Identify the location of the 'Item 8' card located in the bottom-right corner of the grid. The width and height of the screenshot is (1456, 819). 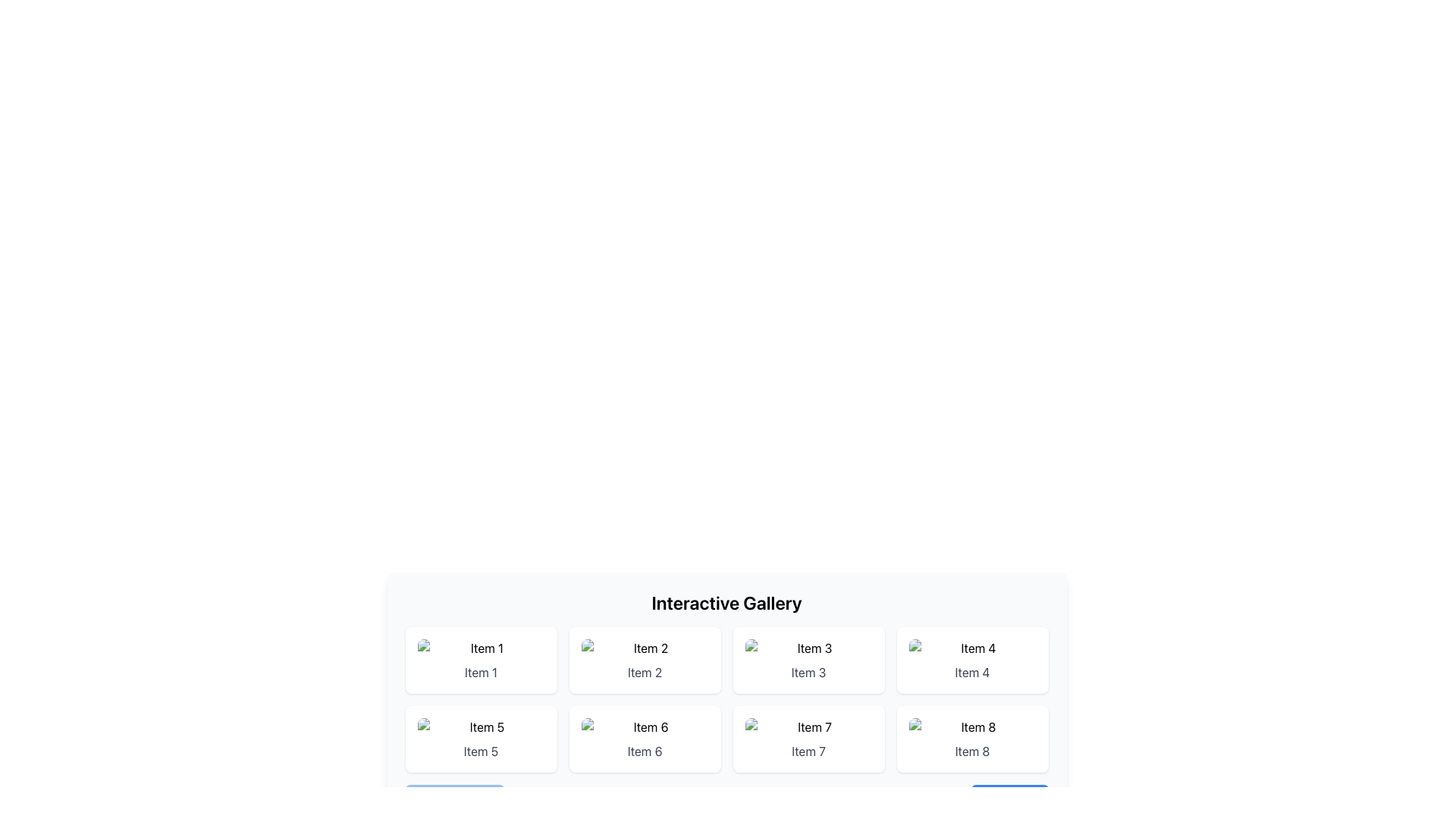
(972, 739).